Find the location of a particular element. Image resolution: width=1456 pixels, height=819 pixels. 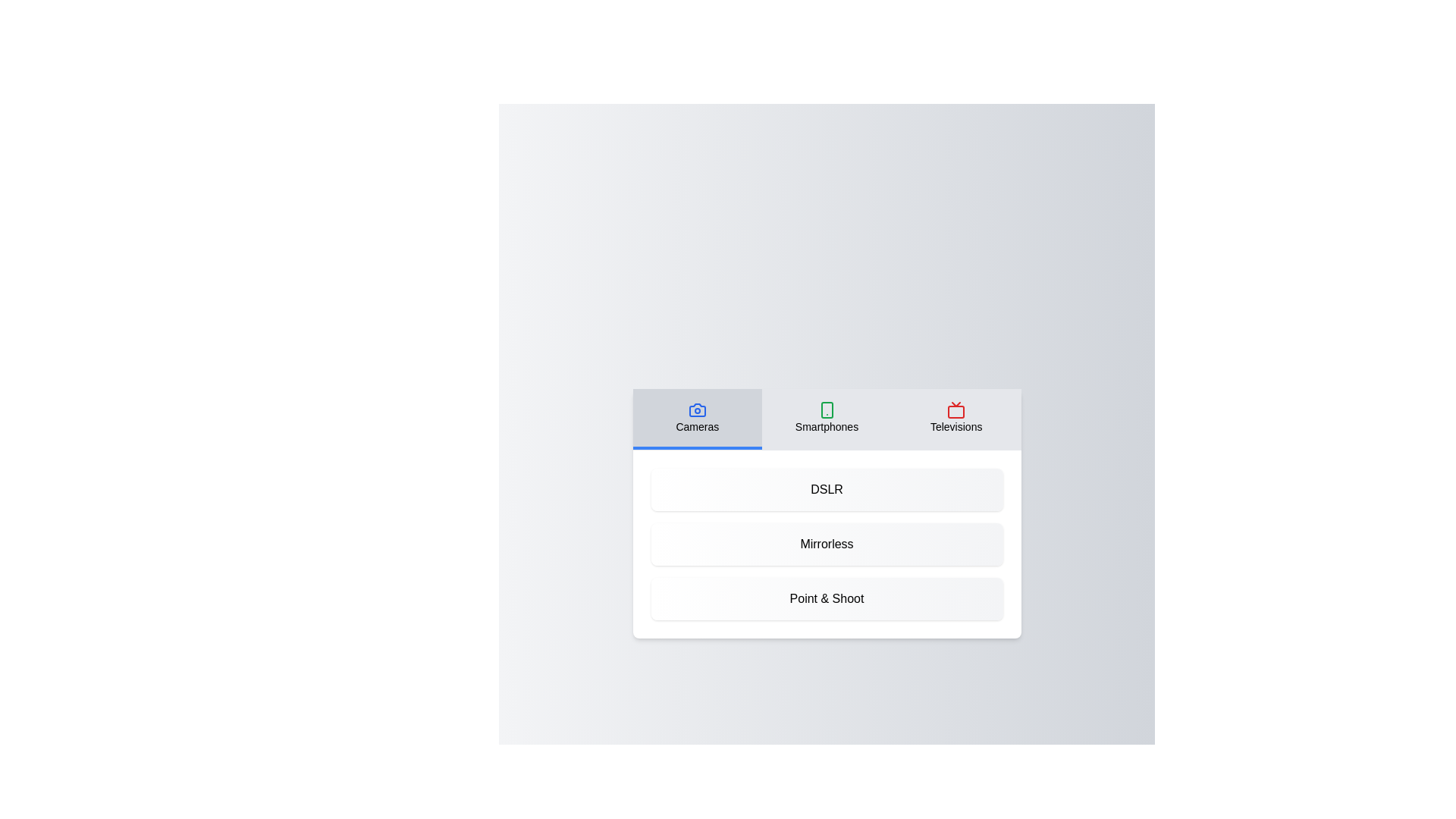

the Smartphones tab by clicking on it is located at coordinates (826, 419).